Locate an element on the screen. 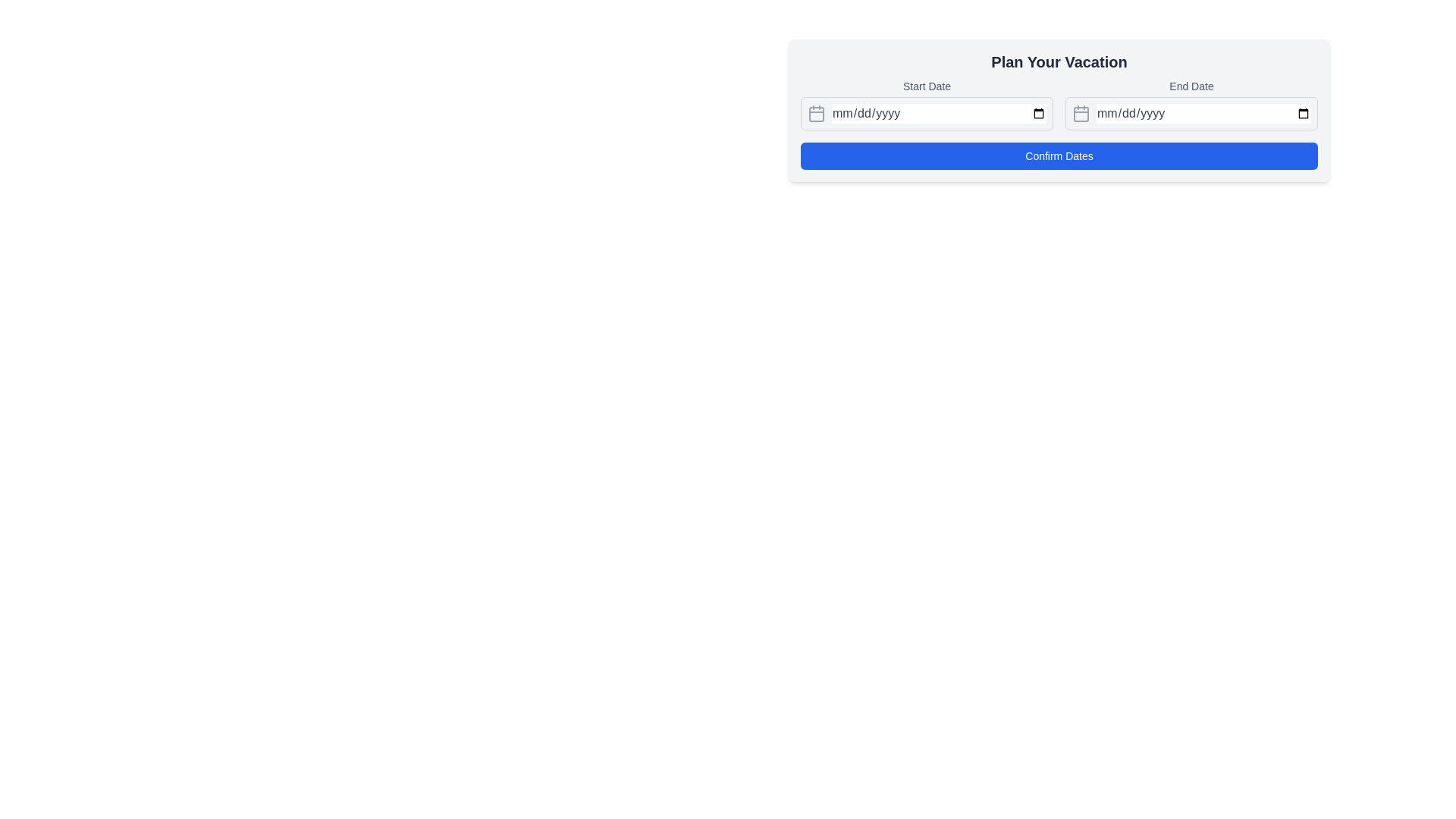 The height and width of the screenshot is (819, 1456). the Date input field labeled 'End Date' which has a calendar icon and placeholder text 'mm/dd/yyyy' by clicking on it to prepare for keyboard input is located at coordinates (1191, 113).